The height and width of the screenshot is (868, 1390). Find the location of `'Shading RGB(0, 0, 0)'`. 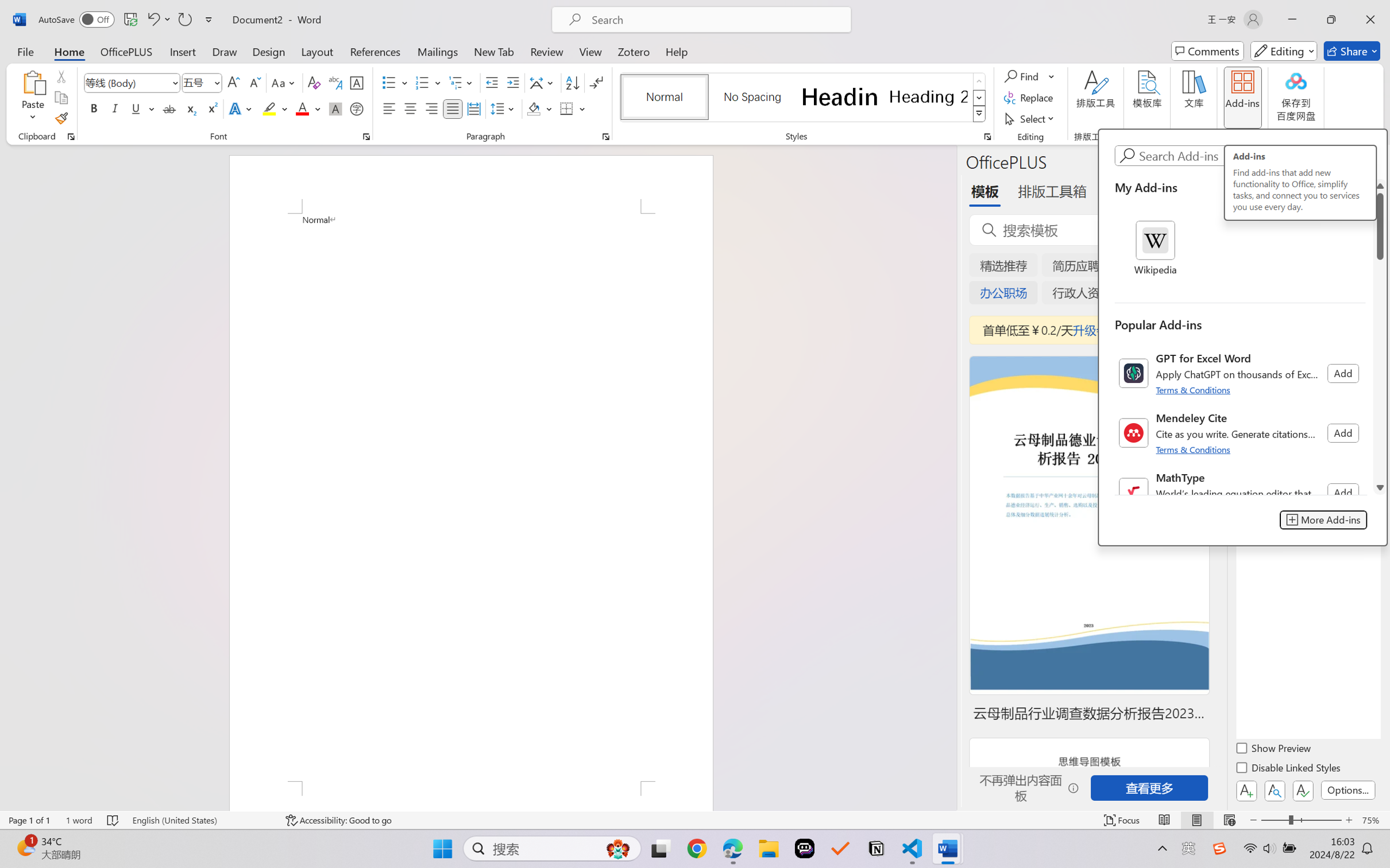

'Shading RGB(0, 0, 0)' is located at coordinates (533, 108).